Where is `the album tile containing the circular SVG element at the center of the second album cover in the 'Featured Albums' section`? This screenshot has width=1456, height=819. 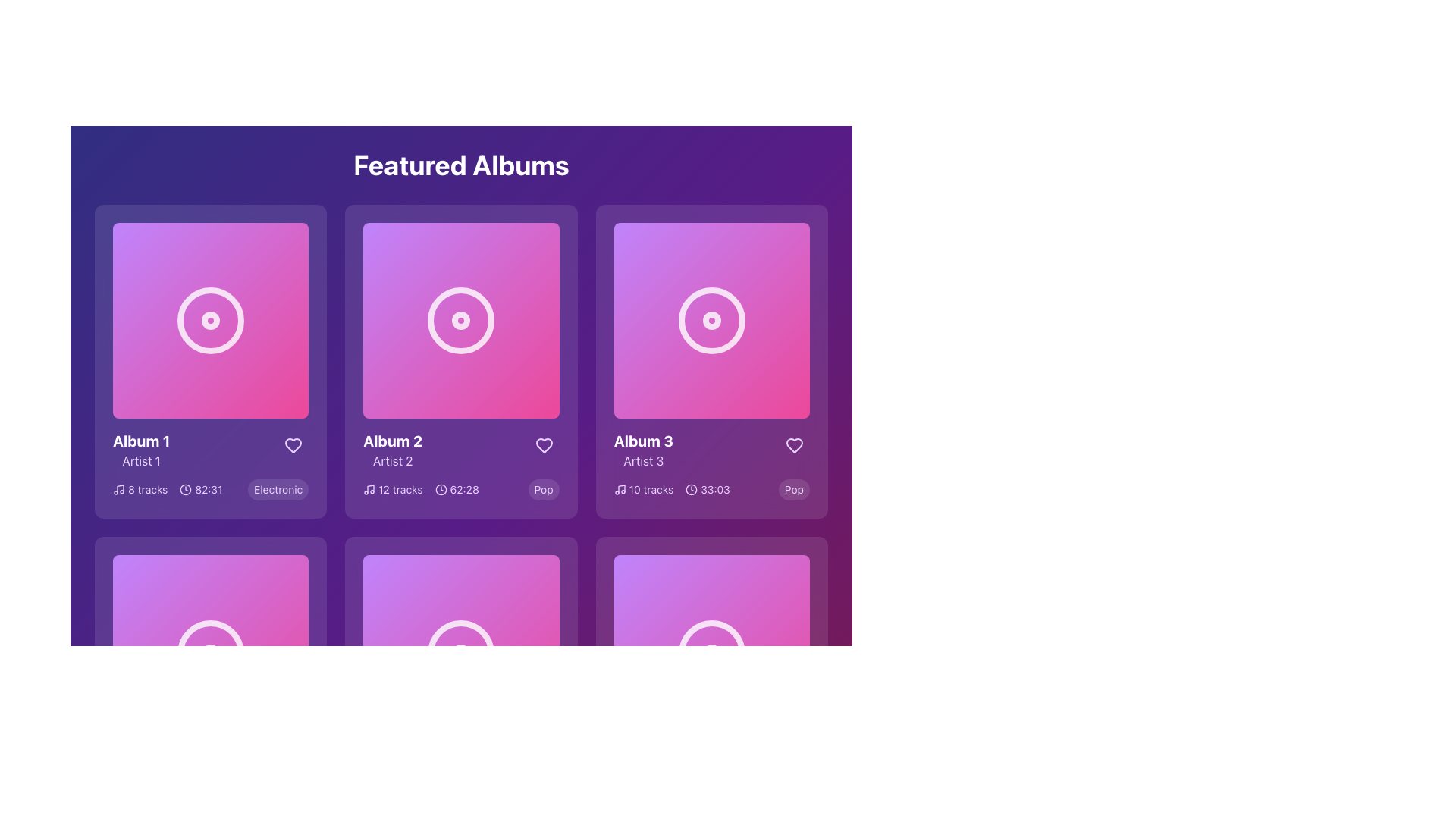 the album tile containing the circular SVG element at the center of the second album cover in the 'Featured Albums' section is located at coordinates (460, 320).